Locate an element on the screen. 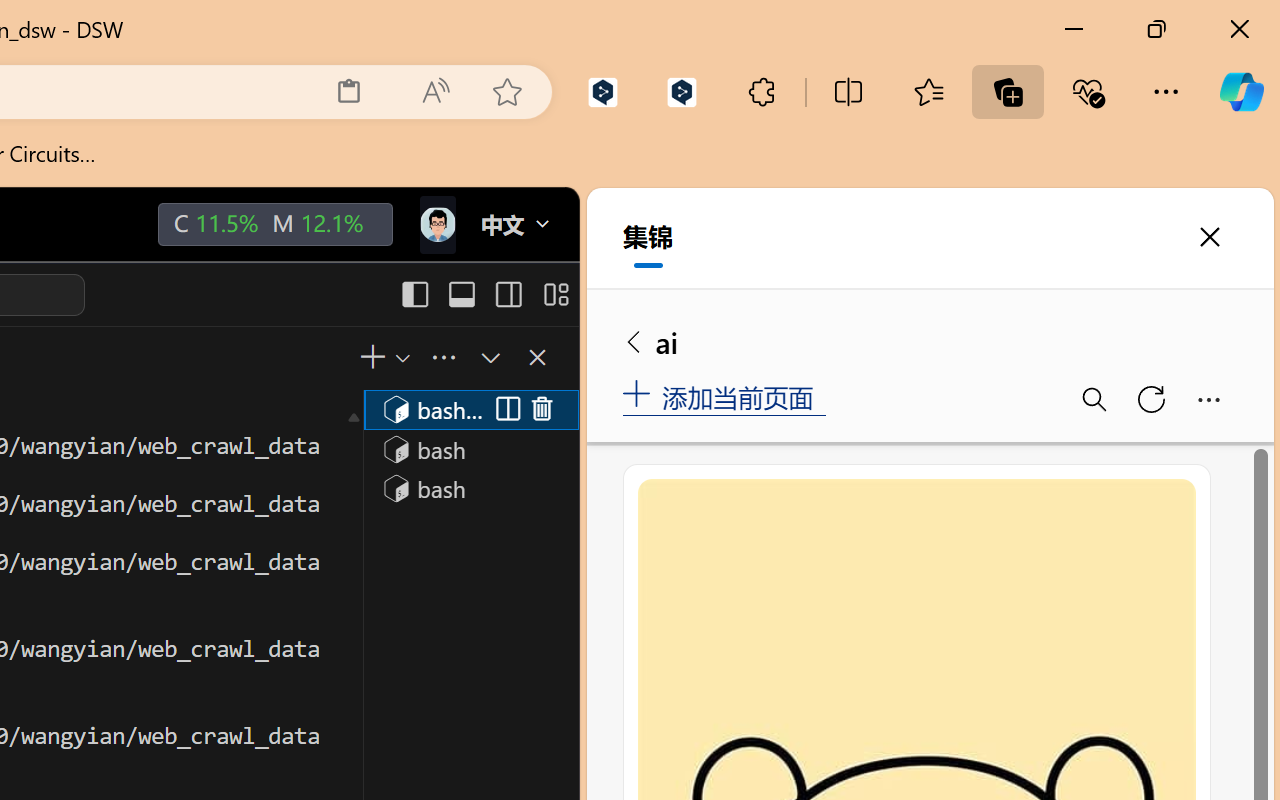  'Close Panel' is located at coordinates (536, 357).